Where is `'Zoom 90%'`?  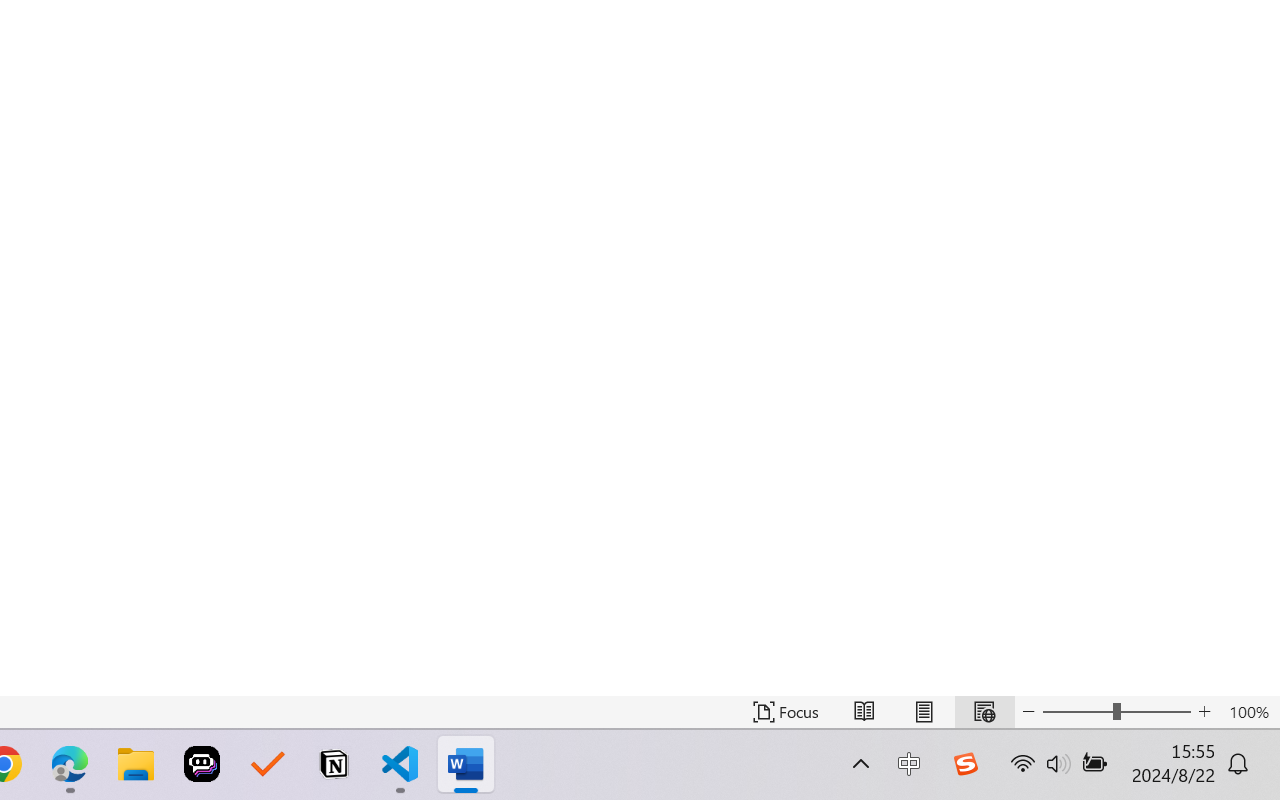 'Zoom 90%' is located at coordinates (1233, 743).